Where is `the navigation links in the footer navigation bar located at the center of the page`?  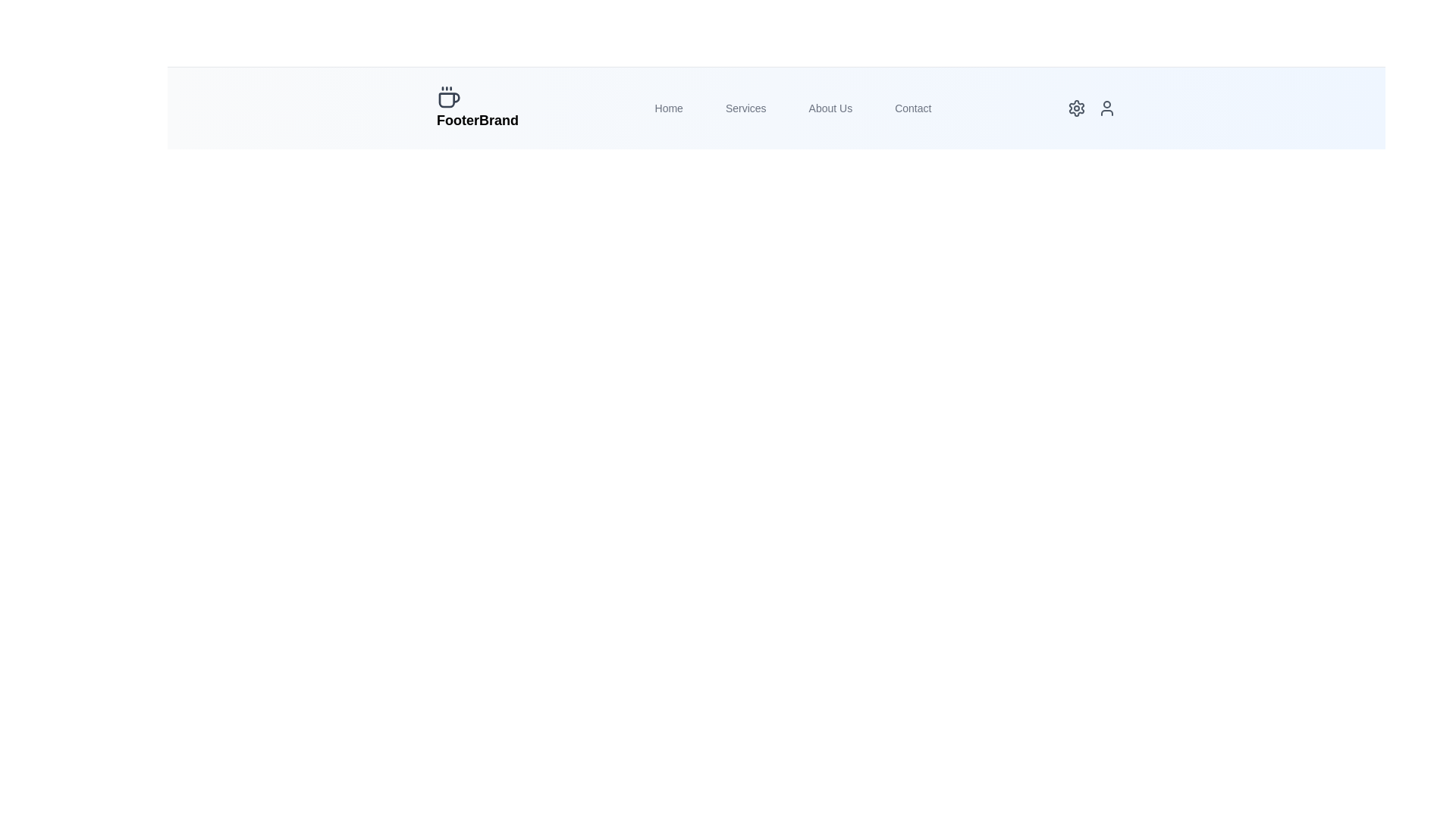 the navigation links in the footer navigation bar located at the center of the page is located at coordinates (776, 107).